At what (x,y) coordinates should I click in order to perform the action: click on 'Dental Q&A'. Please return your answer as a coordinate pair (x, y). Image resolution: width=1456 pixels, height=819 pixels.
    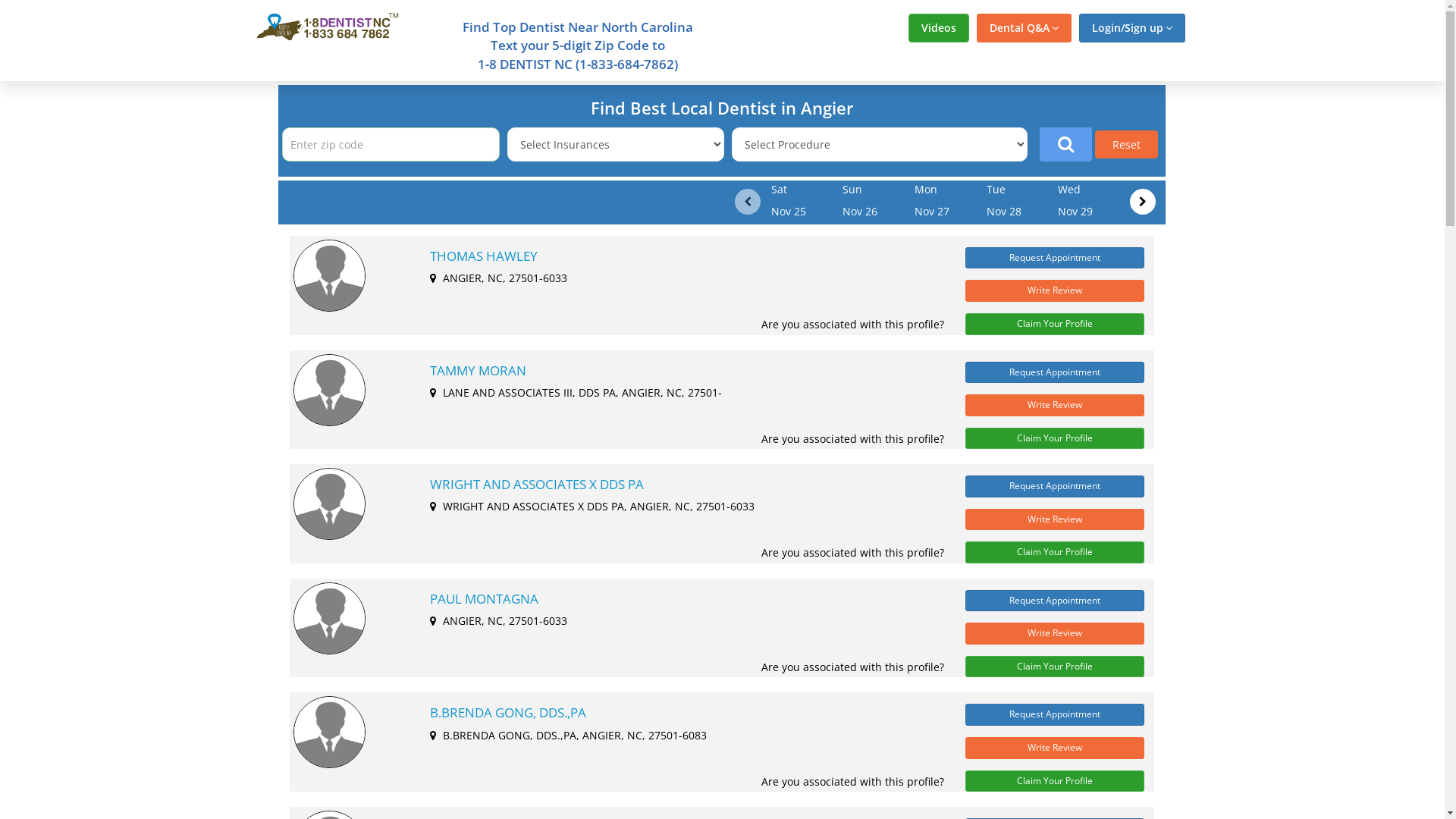
    Looking at the image, I should click on (1024, 28).